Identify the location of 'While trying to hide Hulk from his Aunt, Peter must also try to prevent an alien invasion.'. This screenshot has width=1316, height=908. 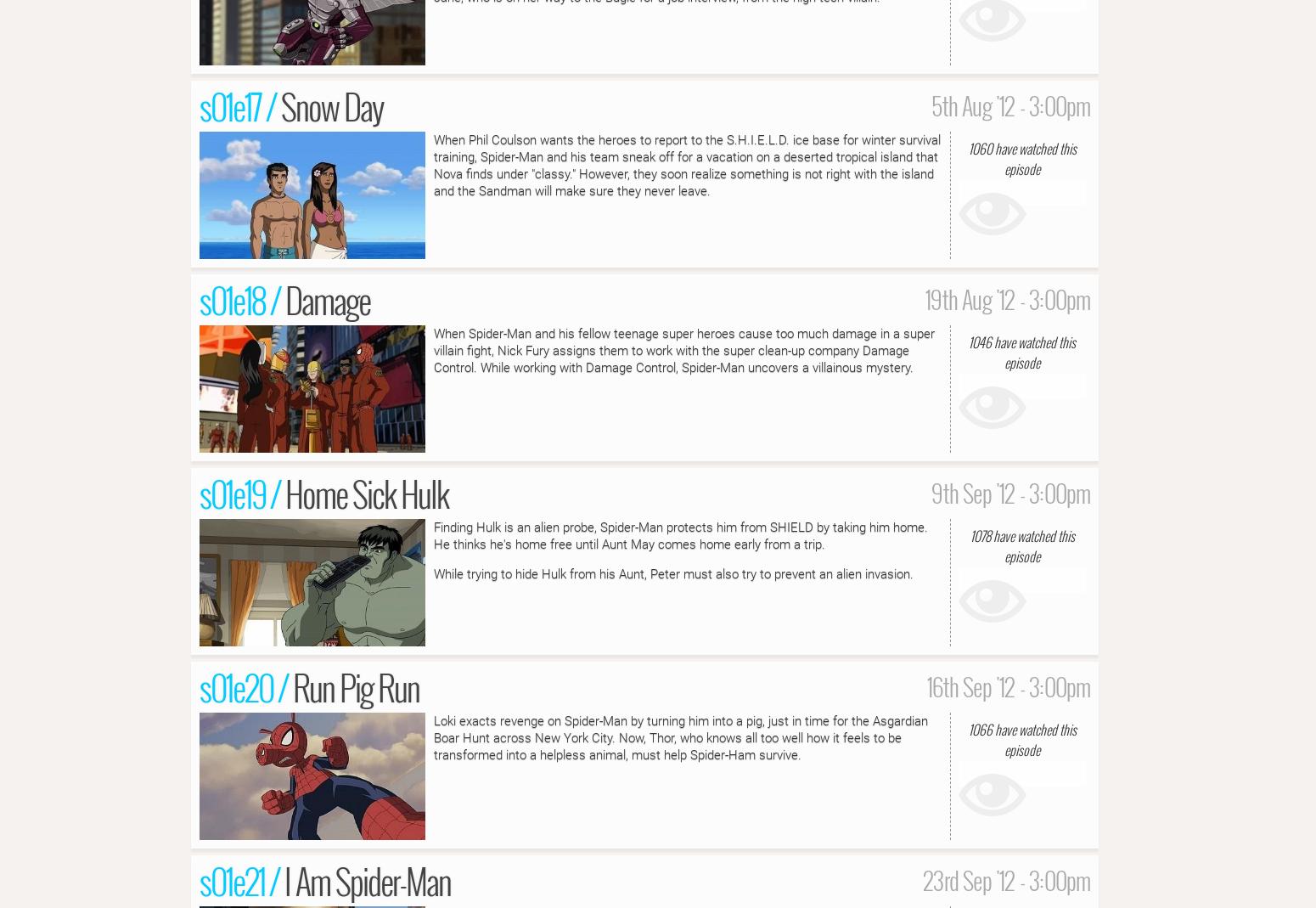
(672, 572).